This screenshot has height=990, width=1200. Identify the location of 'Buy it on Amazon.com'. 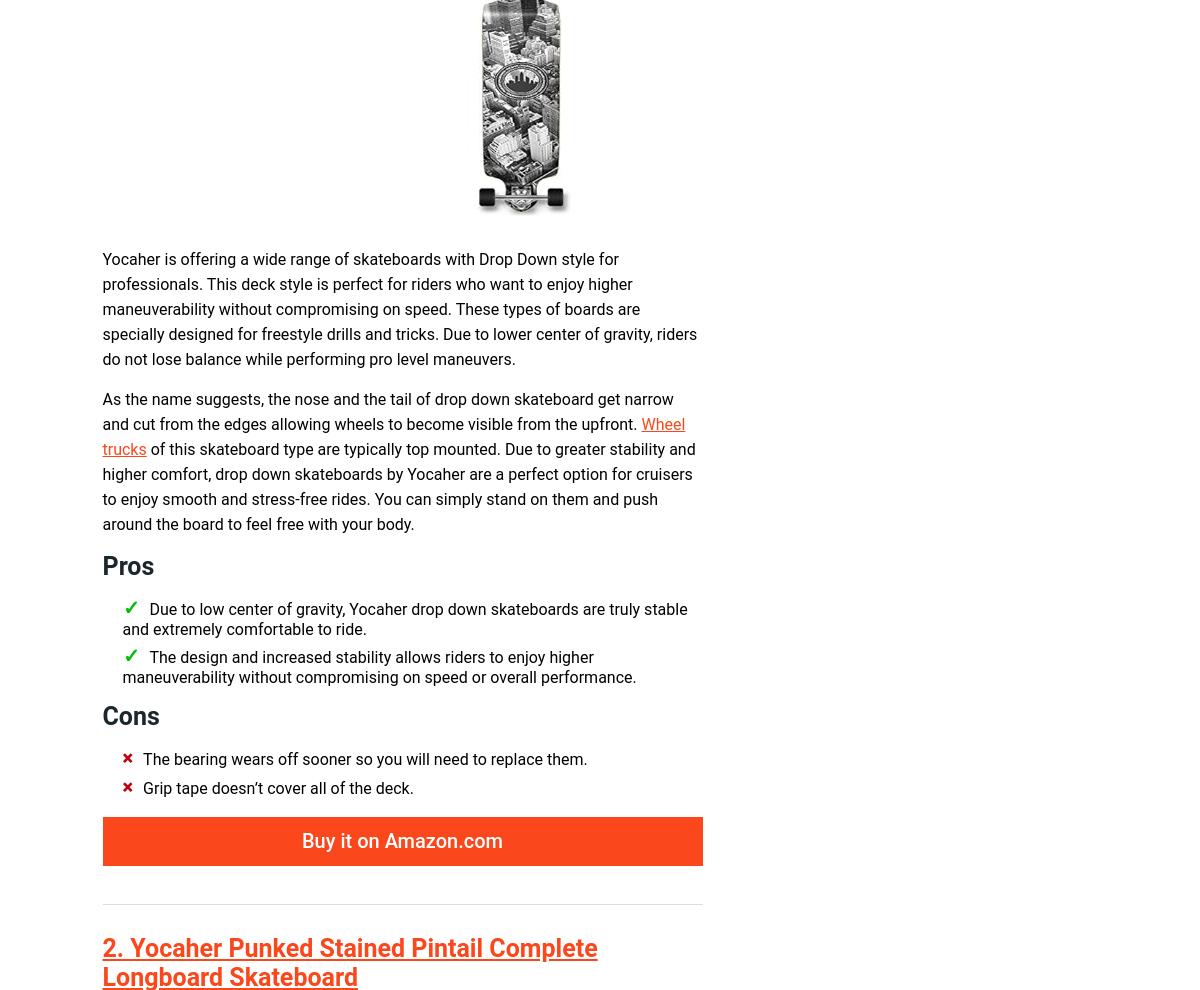
(402, 840).